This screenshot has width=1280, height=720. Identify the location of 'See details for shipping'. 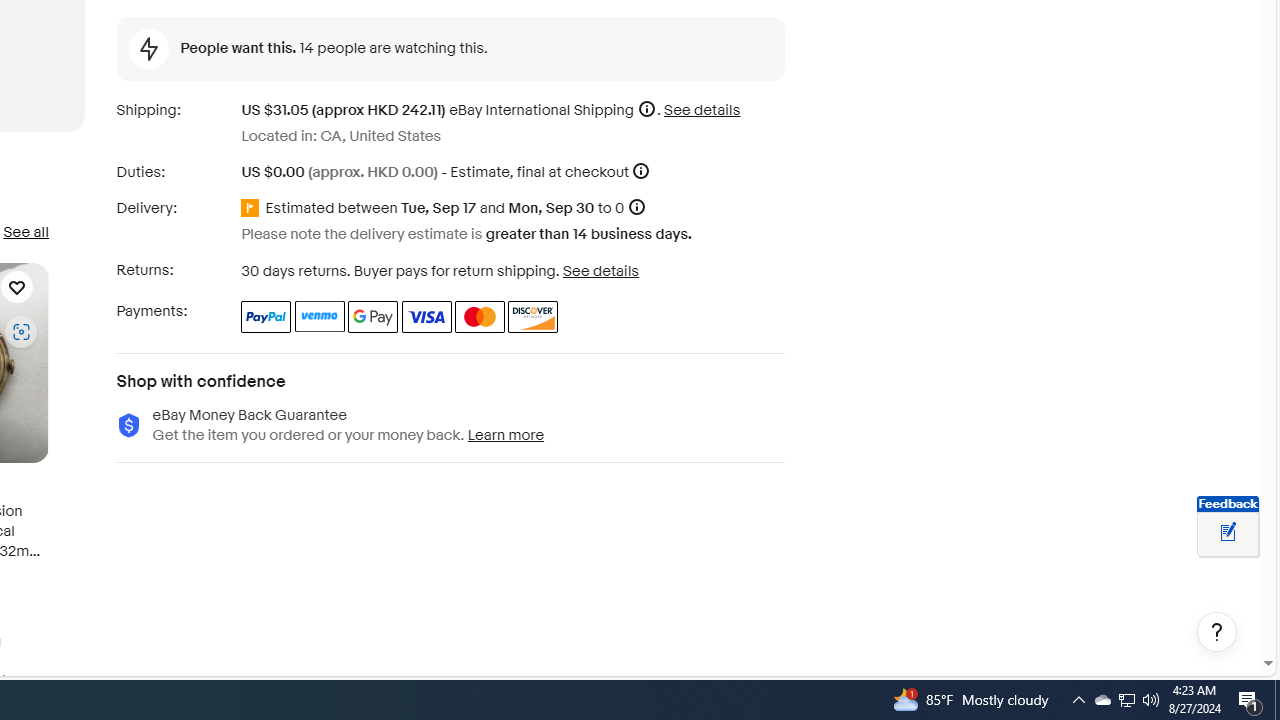
(702, 110).